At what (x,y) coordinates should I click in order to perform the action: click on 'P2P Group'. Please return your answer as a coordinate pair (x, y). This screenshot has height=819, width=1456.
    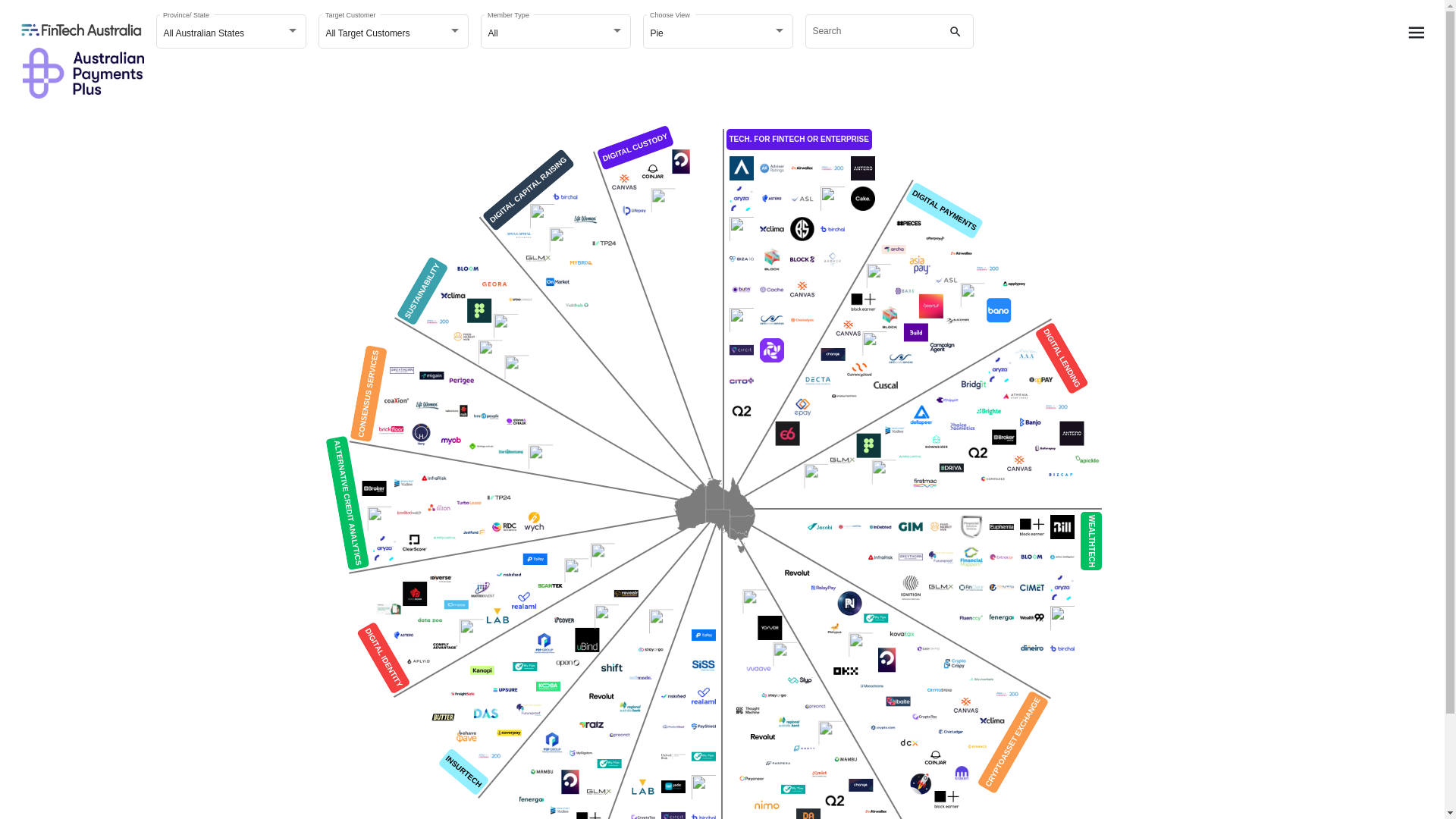
    Looking at the image, I should click on (529, 643).